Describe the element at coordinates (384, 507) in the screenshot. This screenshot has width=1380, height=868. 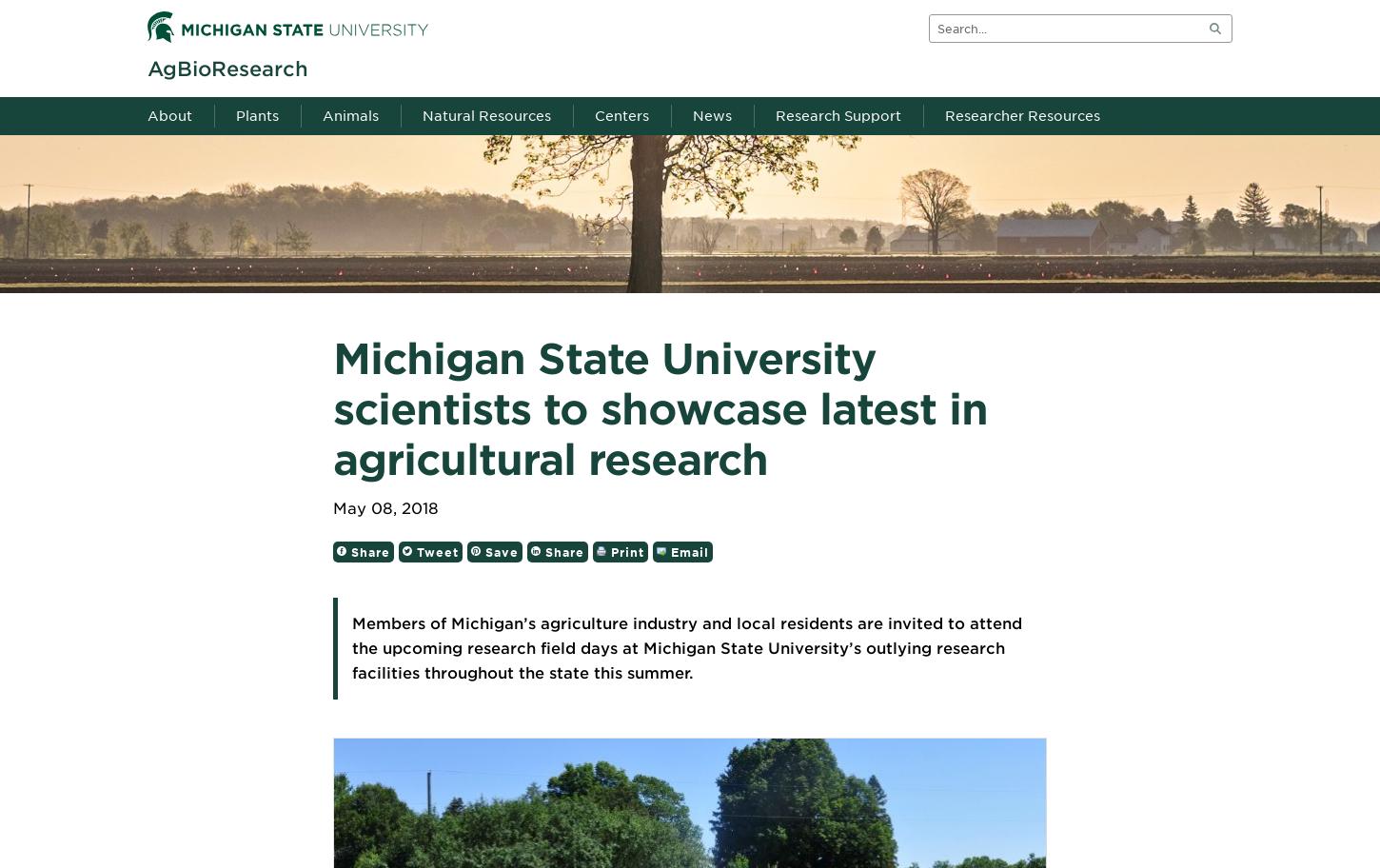
I see `'May 08, 2018'` at that location.